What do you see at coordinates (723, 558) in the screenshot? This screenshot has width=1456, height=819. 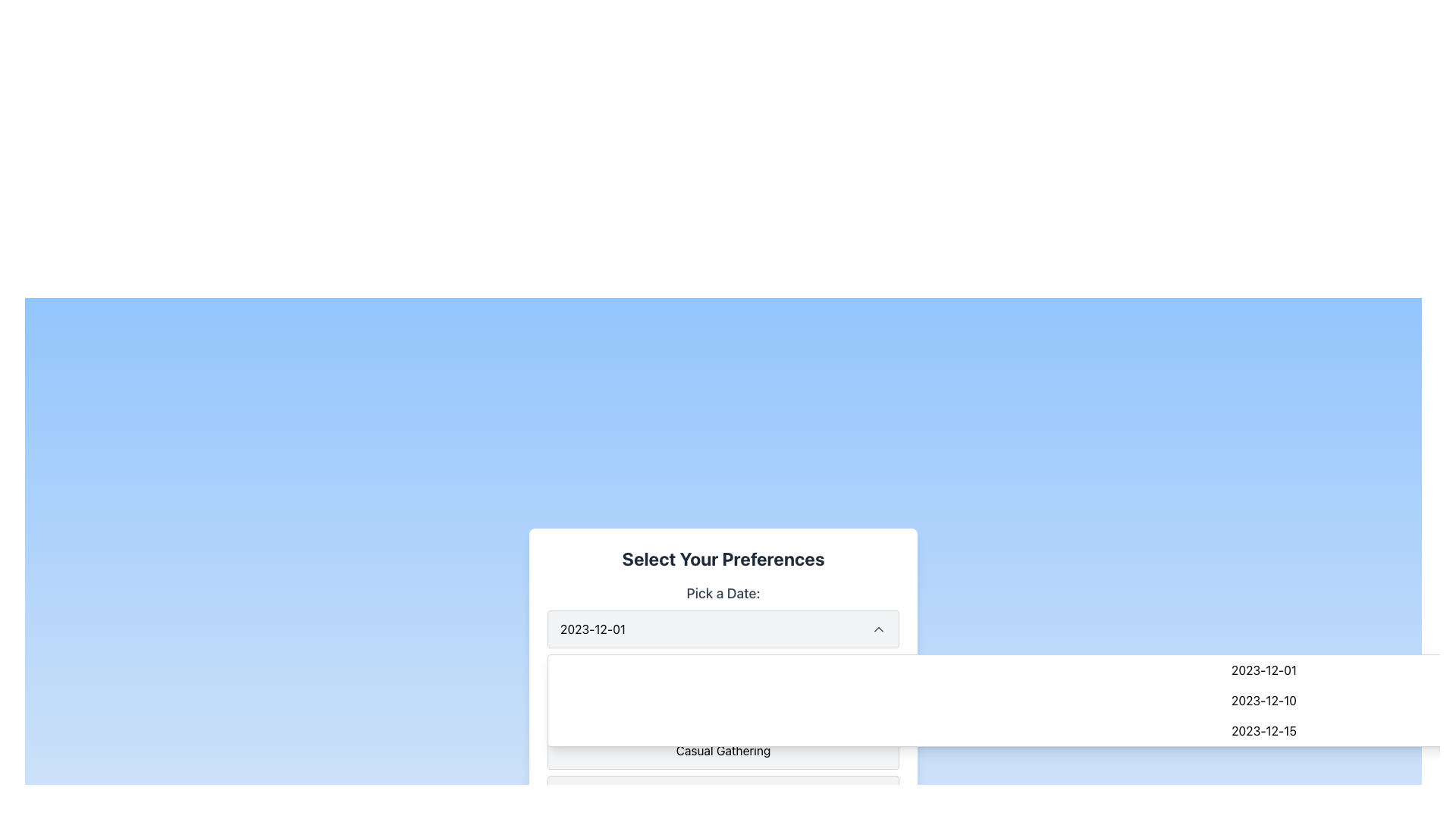 I see `the static text heading labeled 'Select Your Preferences', which is prominently displayed at the top of the form in a bold dark gray font` at bounding box center [723, 558].